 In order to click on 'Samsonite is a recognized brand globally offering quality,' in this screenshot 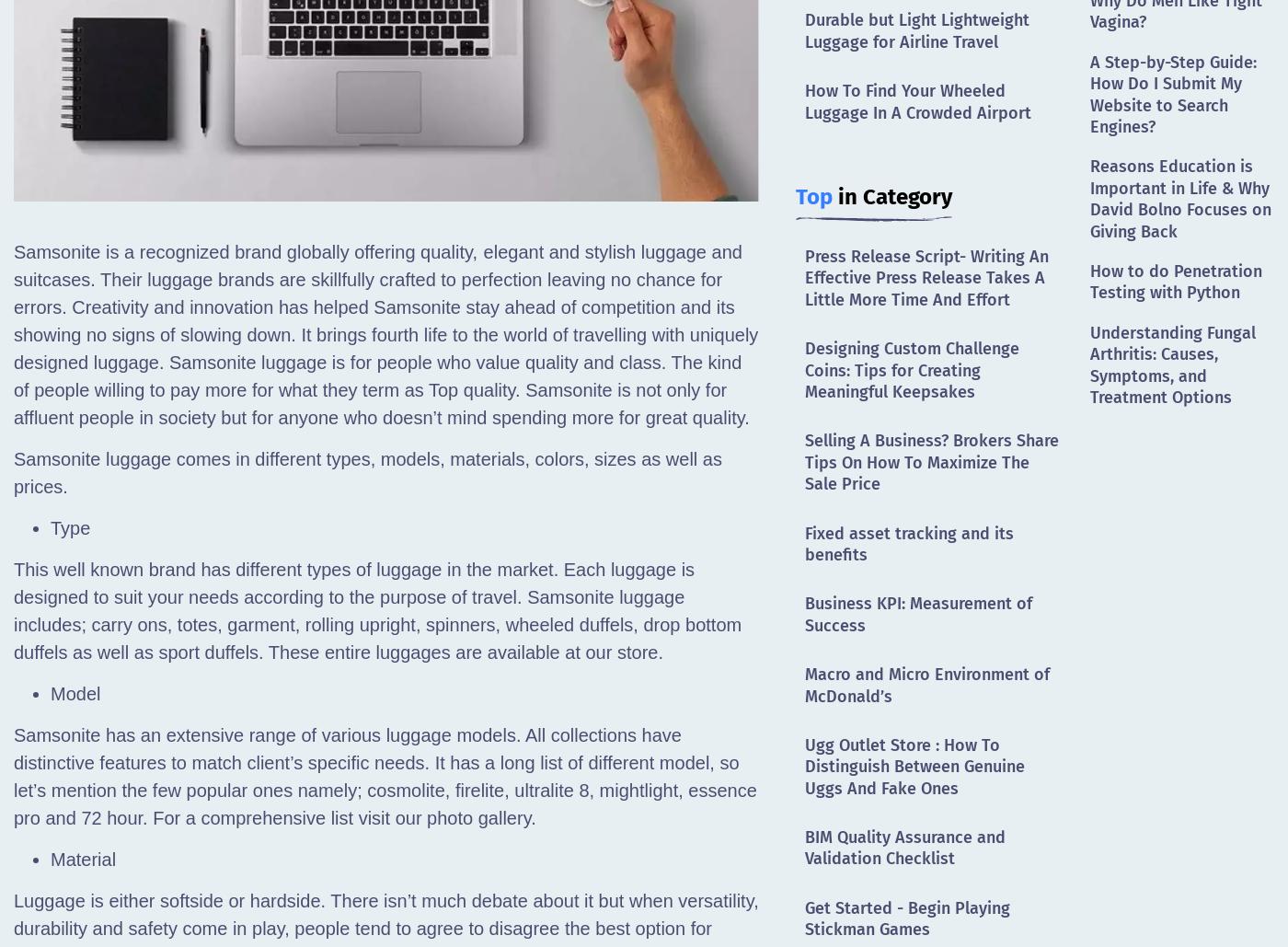, I will do `click(245, 251)`.